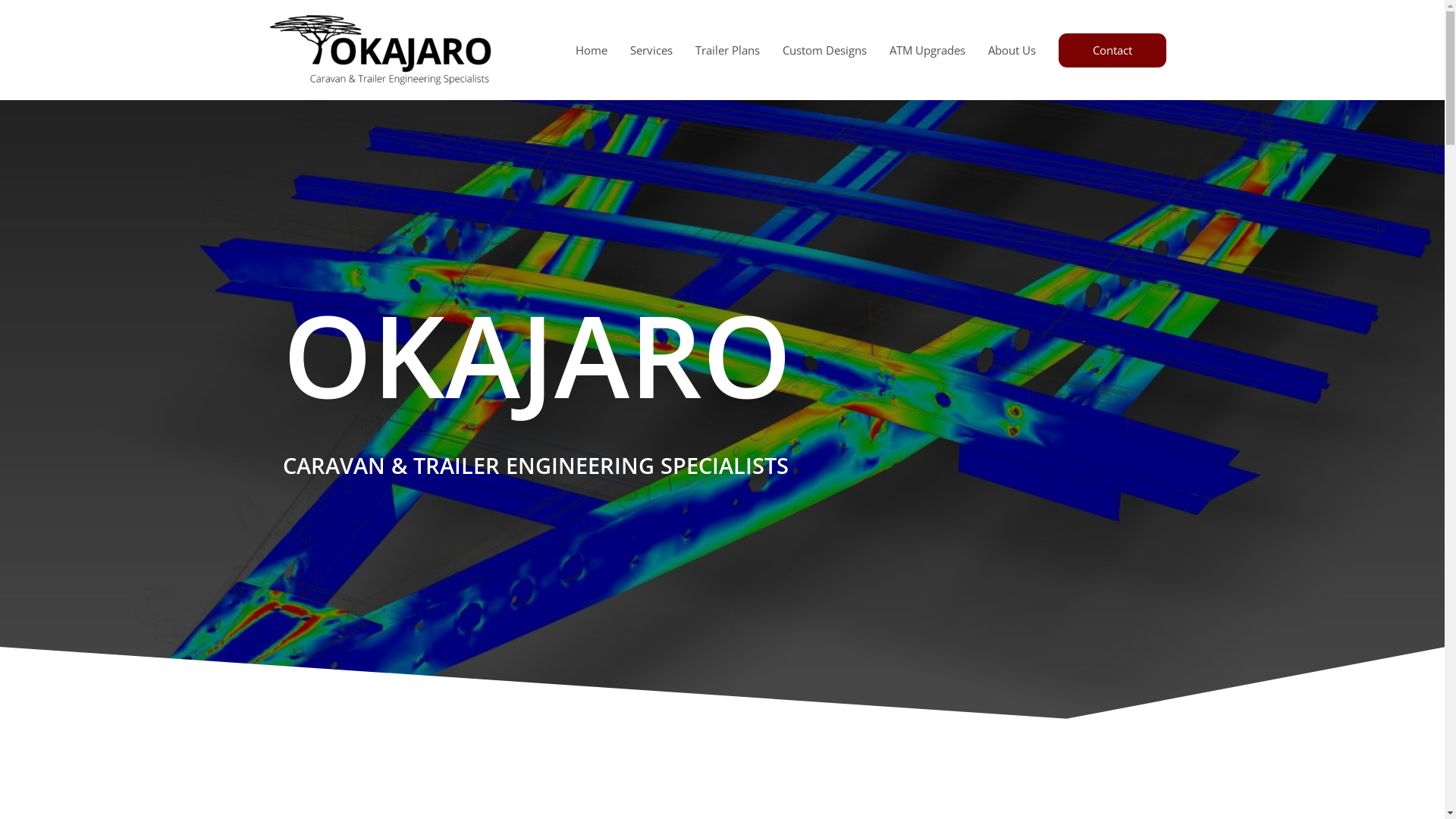 The height and width of the screenshot is (819, 1456). I want to click on 'Home', so click(563, 49).